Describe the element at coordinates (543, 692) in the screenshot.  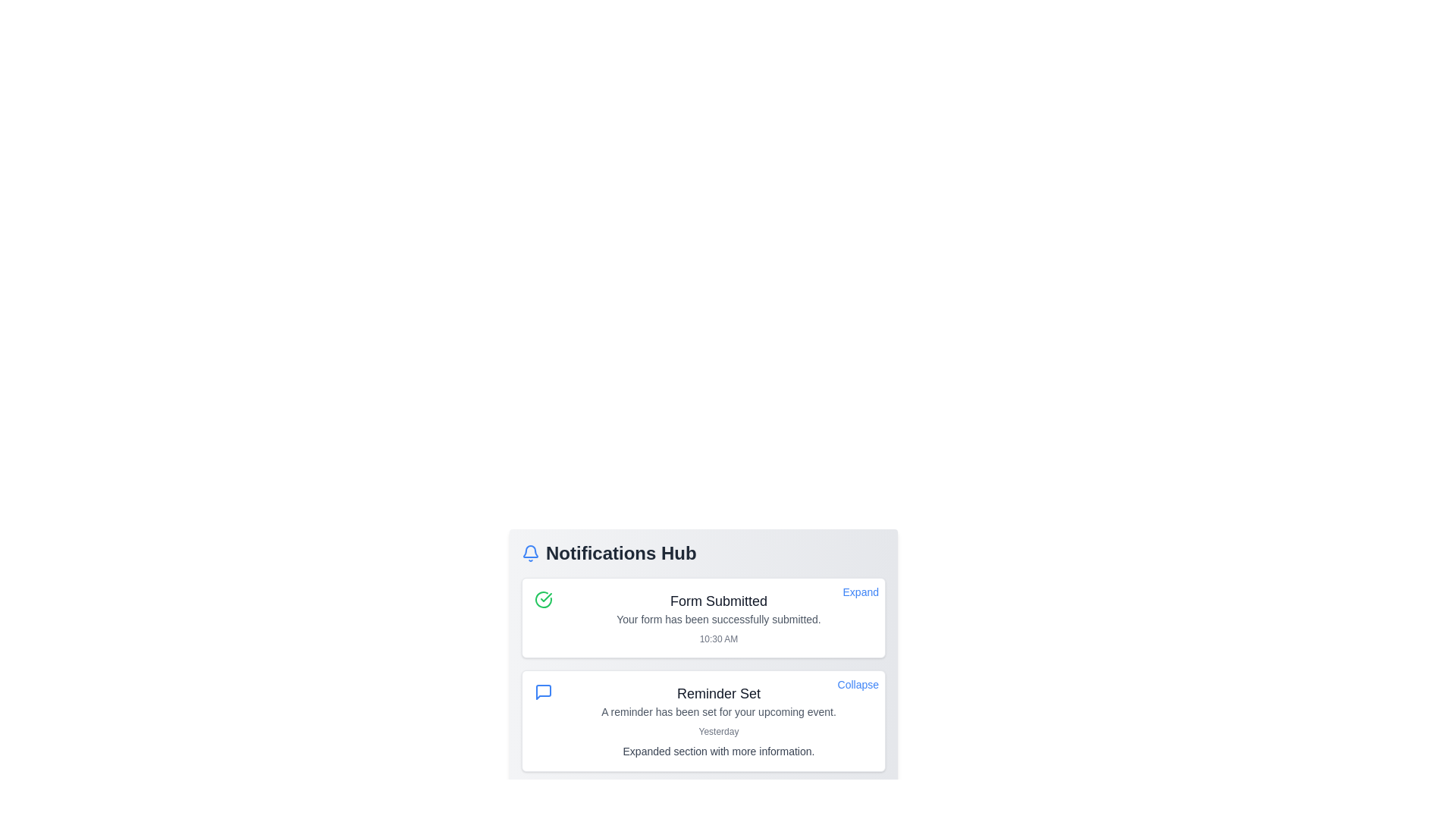
I see `the SVG icon element located` at that location.